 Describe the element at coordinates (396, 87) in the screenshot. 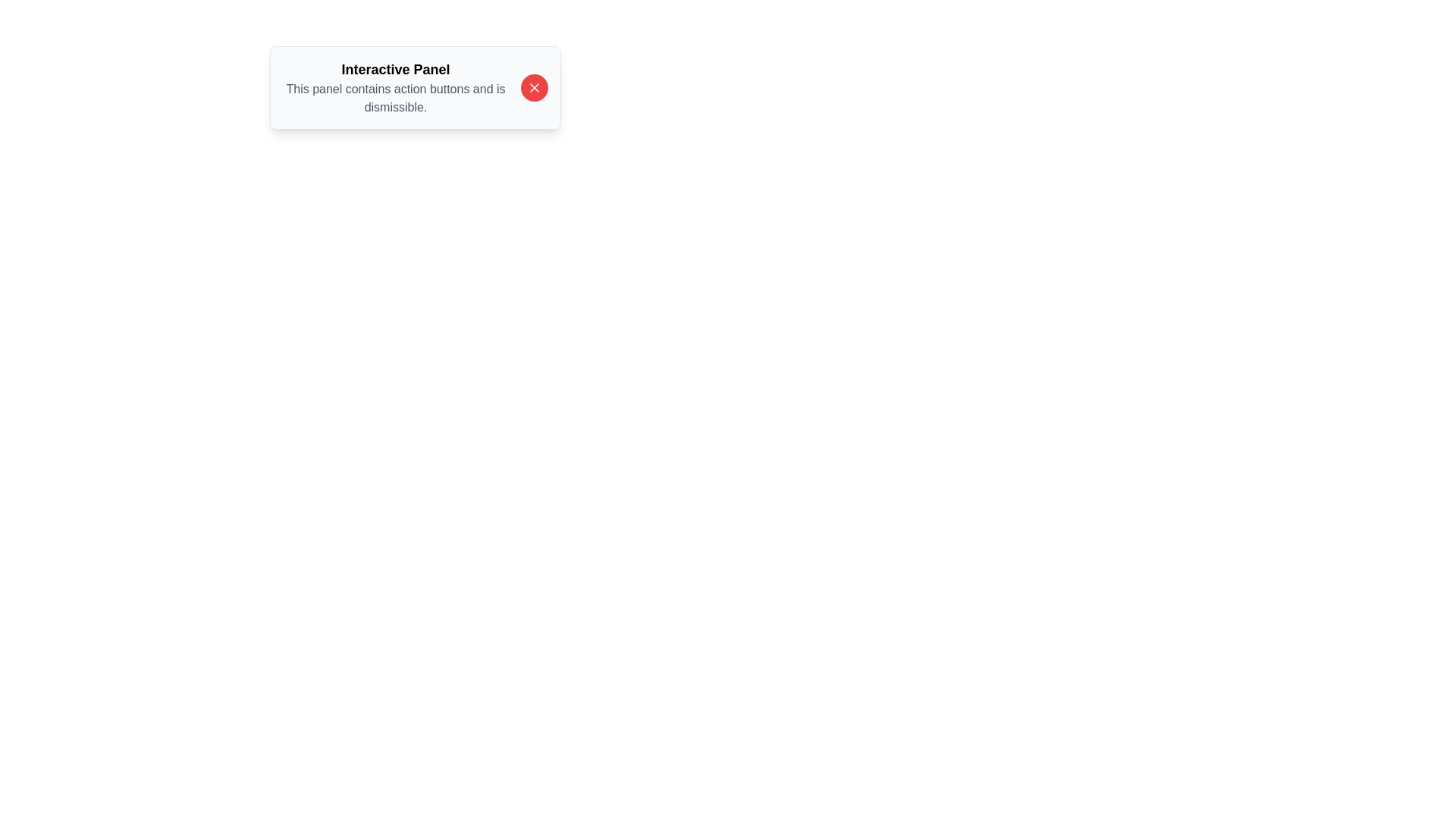

I see `the text block titled 'Interactive Panel' which contains a description about action buttons and its dismissible nature` at that location.